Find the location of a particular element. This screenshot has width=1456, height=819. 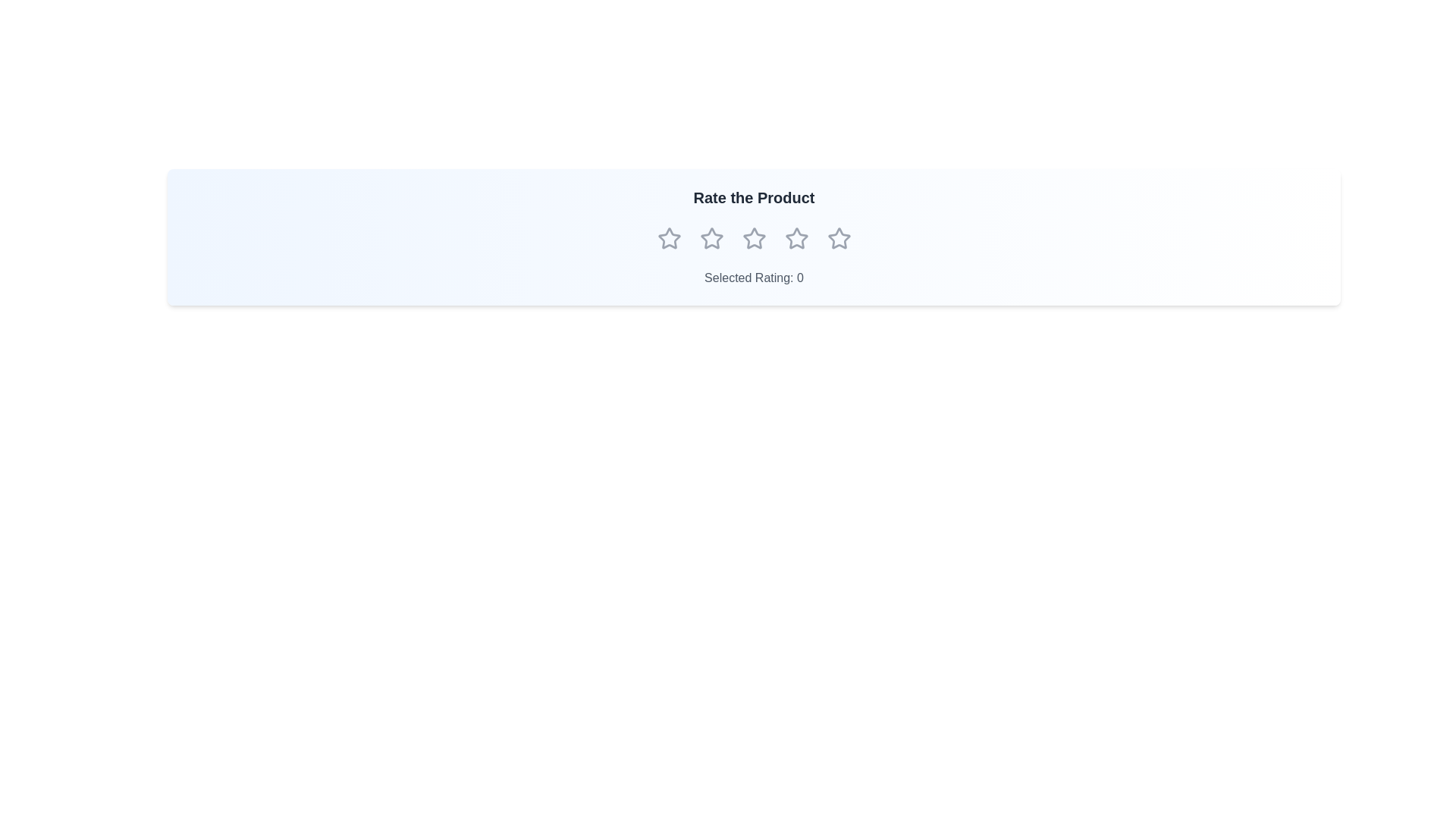

the middle star icon in the rating stars section, located beneath the heading 'Rate the Product', to trigger the tooltip or animation is located at coordinates (754, 239).